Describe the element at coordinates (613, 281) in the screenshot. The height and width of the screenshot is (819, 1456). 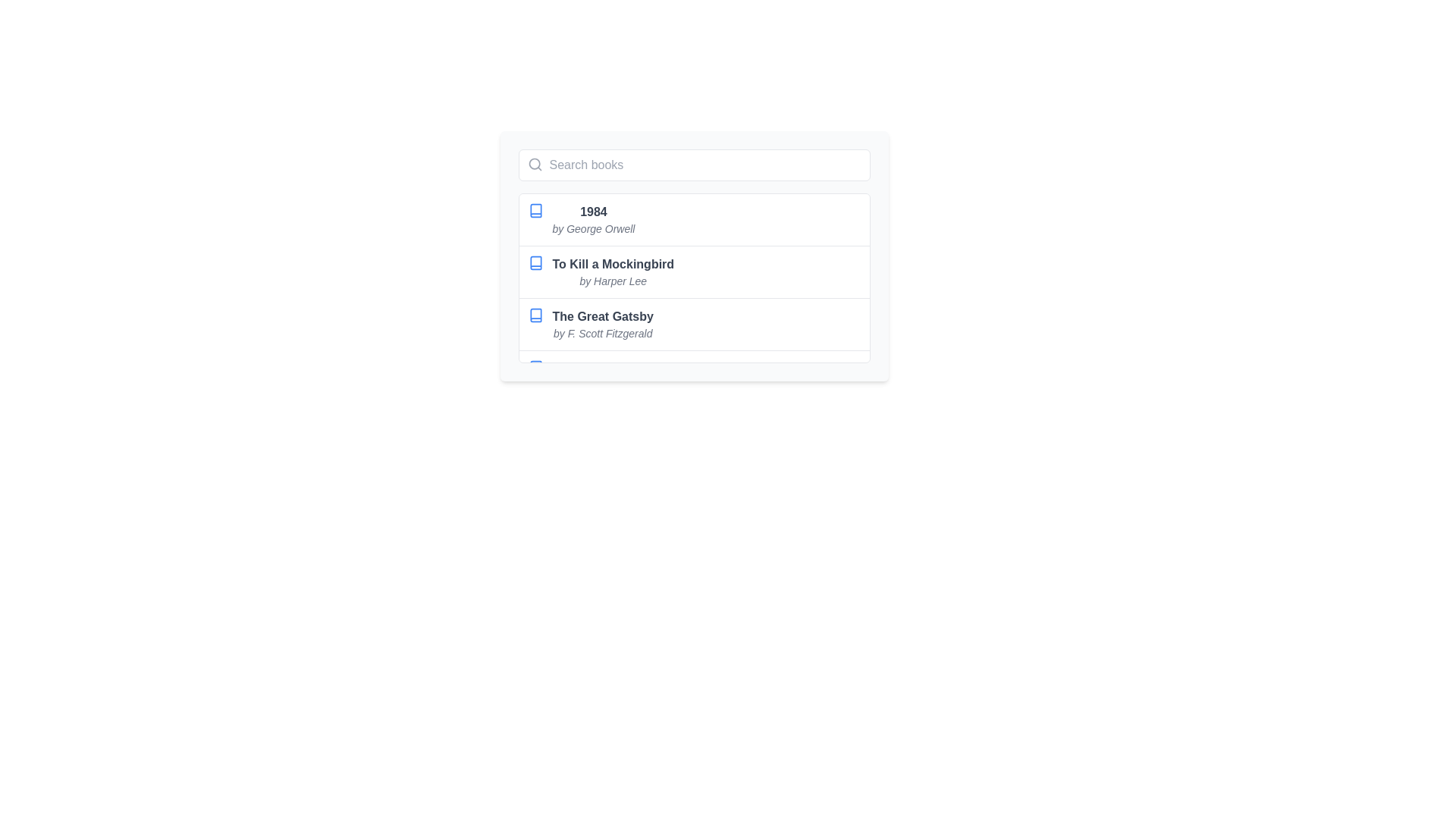
I see `the text label displaying the author's name located directly below the book title 'To Kill a Mockingbird'` at that location.